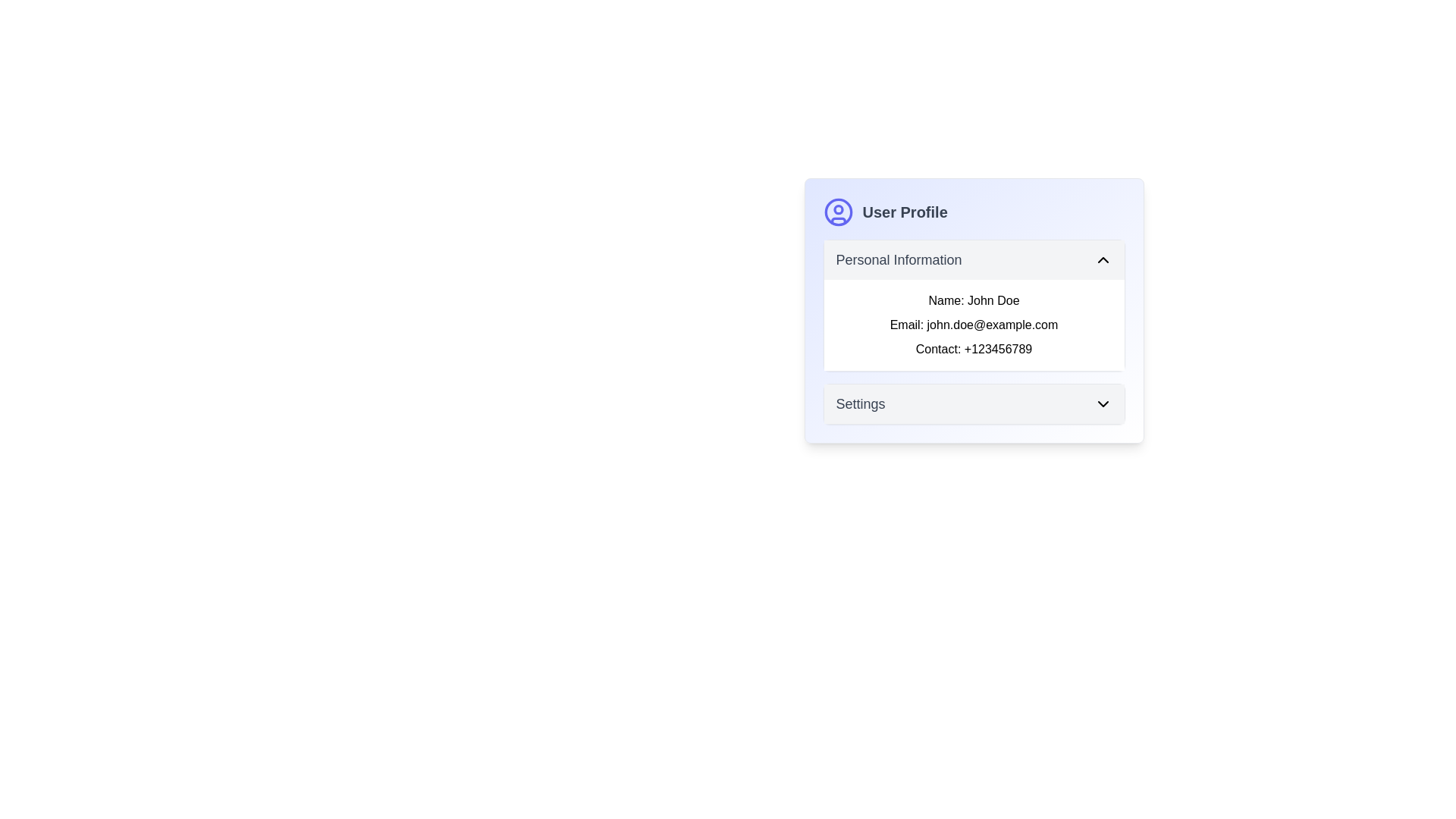  What do you see at coordinates (974, 301) in the screenshot?
I see `text label displaying 'Name: John Doe' located in the 'Personal Information' section of the 'User Profile' panel` at bounding box center [974, 301].